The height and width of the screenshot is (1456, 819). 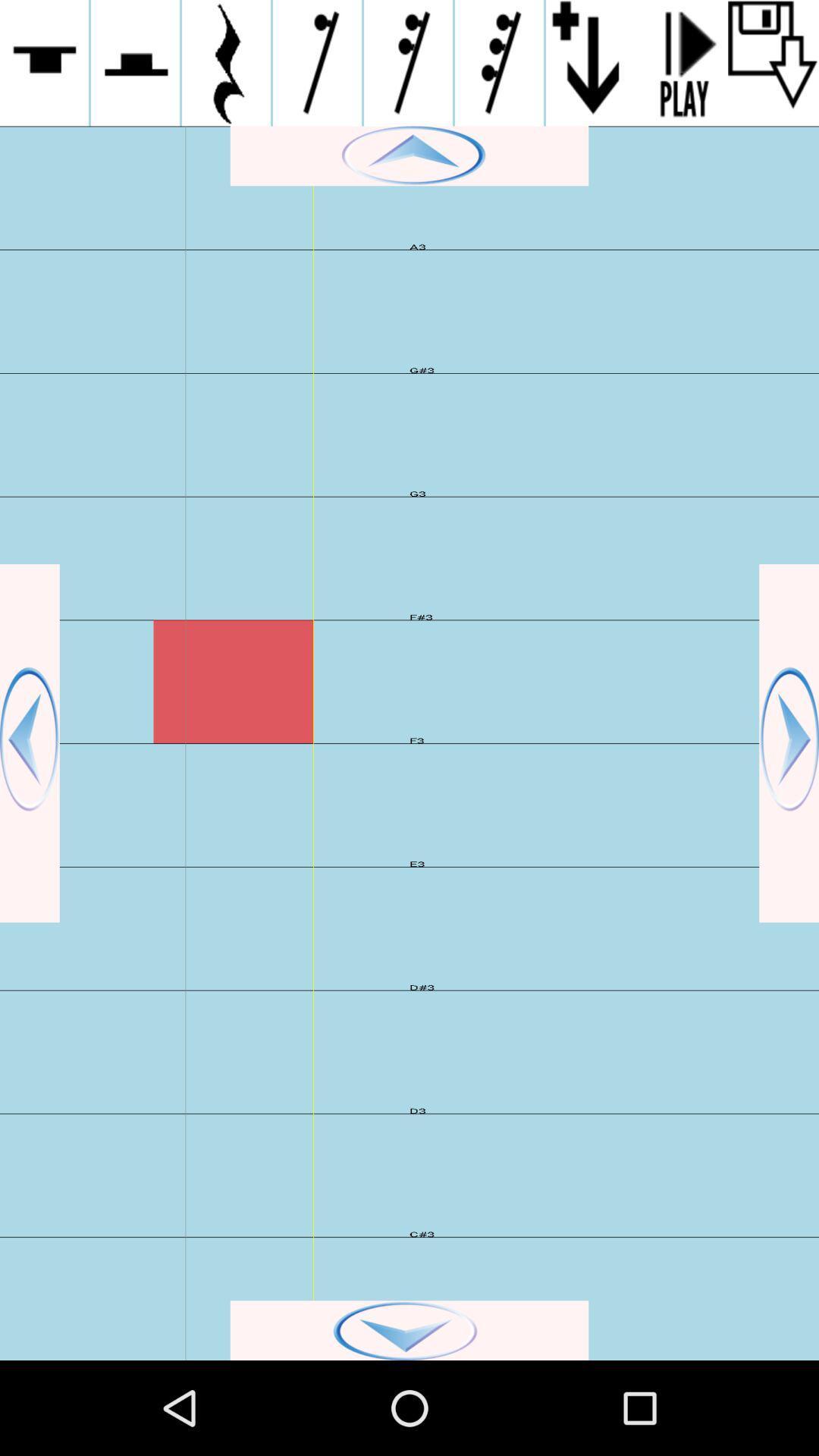 I want to click on move down, so click(x=409, y=1329).